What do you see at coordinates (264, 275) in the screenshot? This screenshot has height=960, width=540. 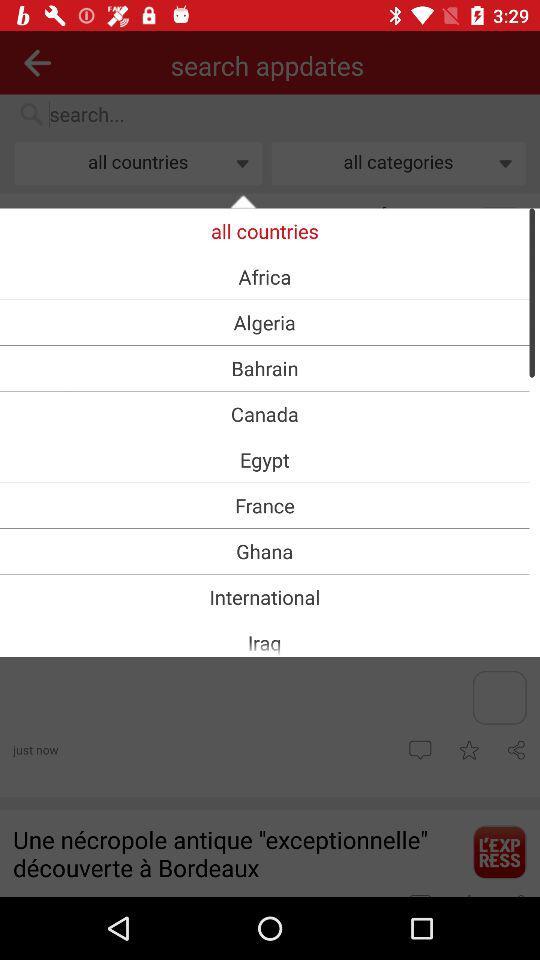 I see `africa item` at bounding box center [264, 275].